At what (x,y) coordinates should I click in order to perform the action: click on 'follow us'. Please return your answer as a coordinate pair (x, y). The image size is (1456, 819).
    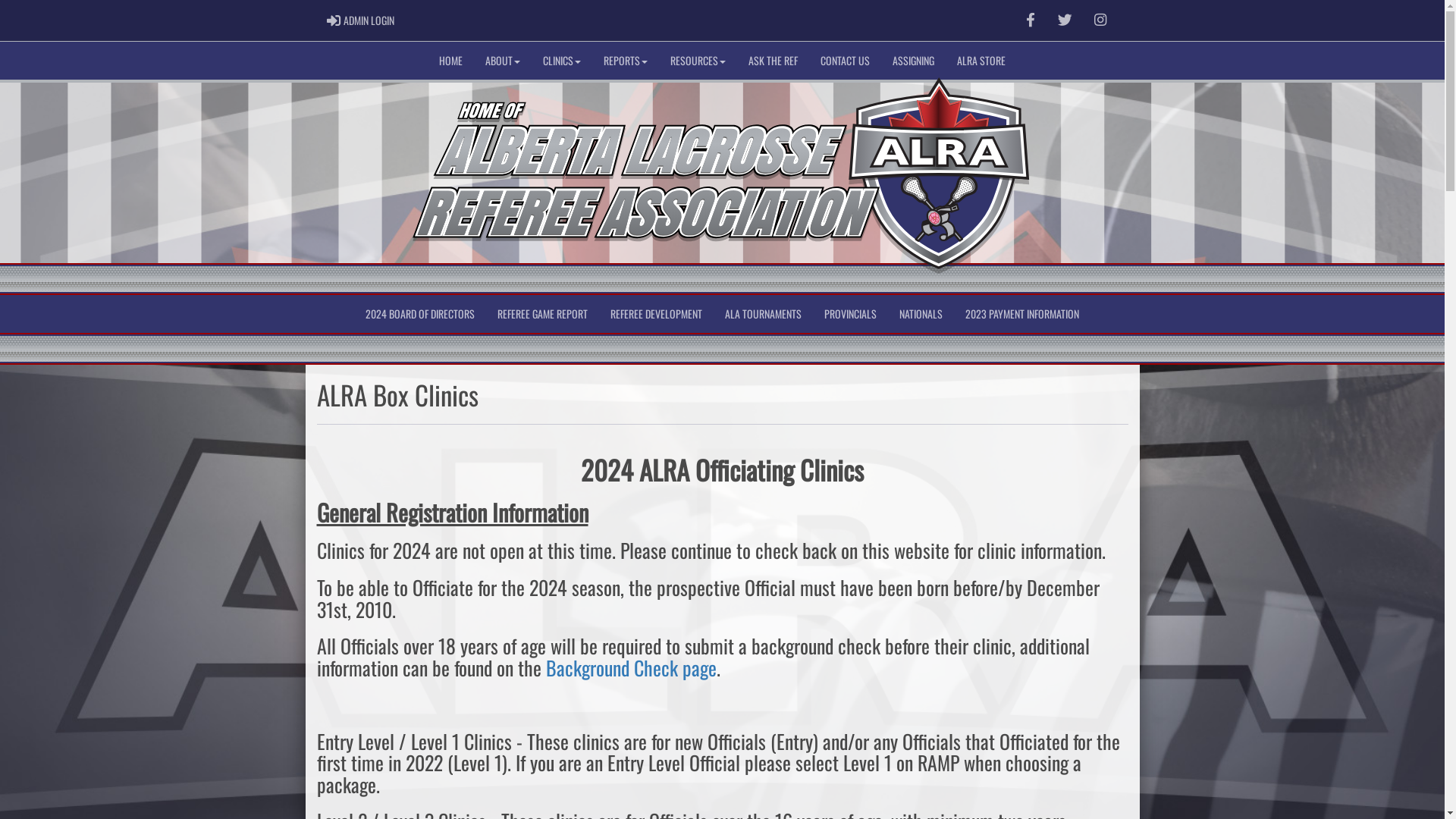
    Looking at the image, I should click on (1064, 20).